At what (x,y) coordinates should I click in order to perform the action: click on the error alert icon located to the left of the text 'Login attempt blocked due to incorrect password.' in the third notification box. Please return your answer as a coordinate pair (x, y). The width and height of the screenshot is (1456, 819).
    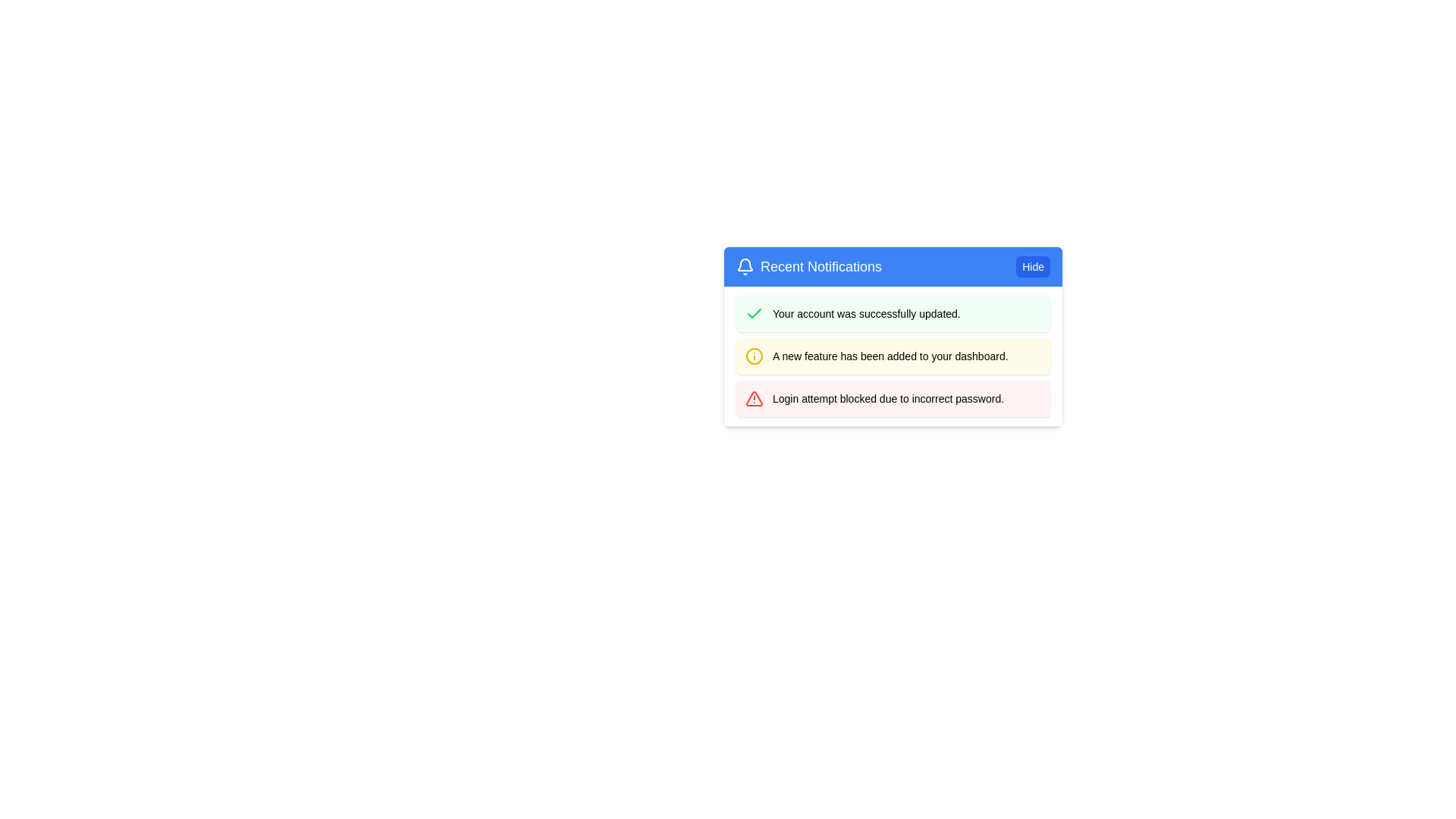
    Looking at the image, I should click on (754, 397).